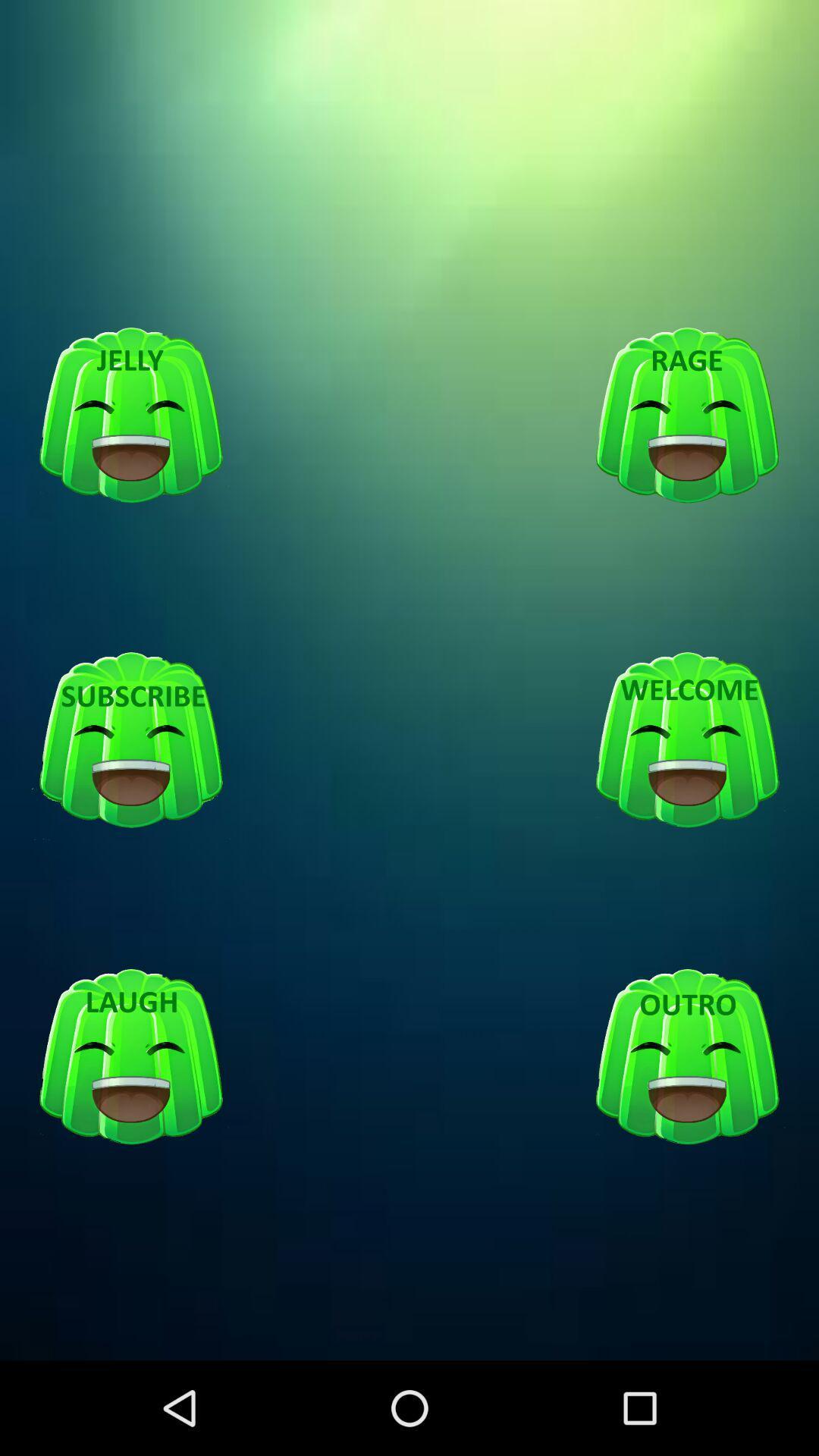  What do you see at coordinates (130, 741) in the screenshot?
I see `suscribe option` at bounding box center [130, 741].